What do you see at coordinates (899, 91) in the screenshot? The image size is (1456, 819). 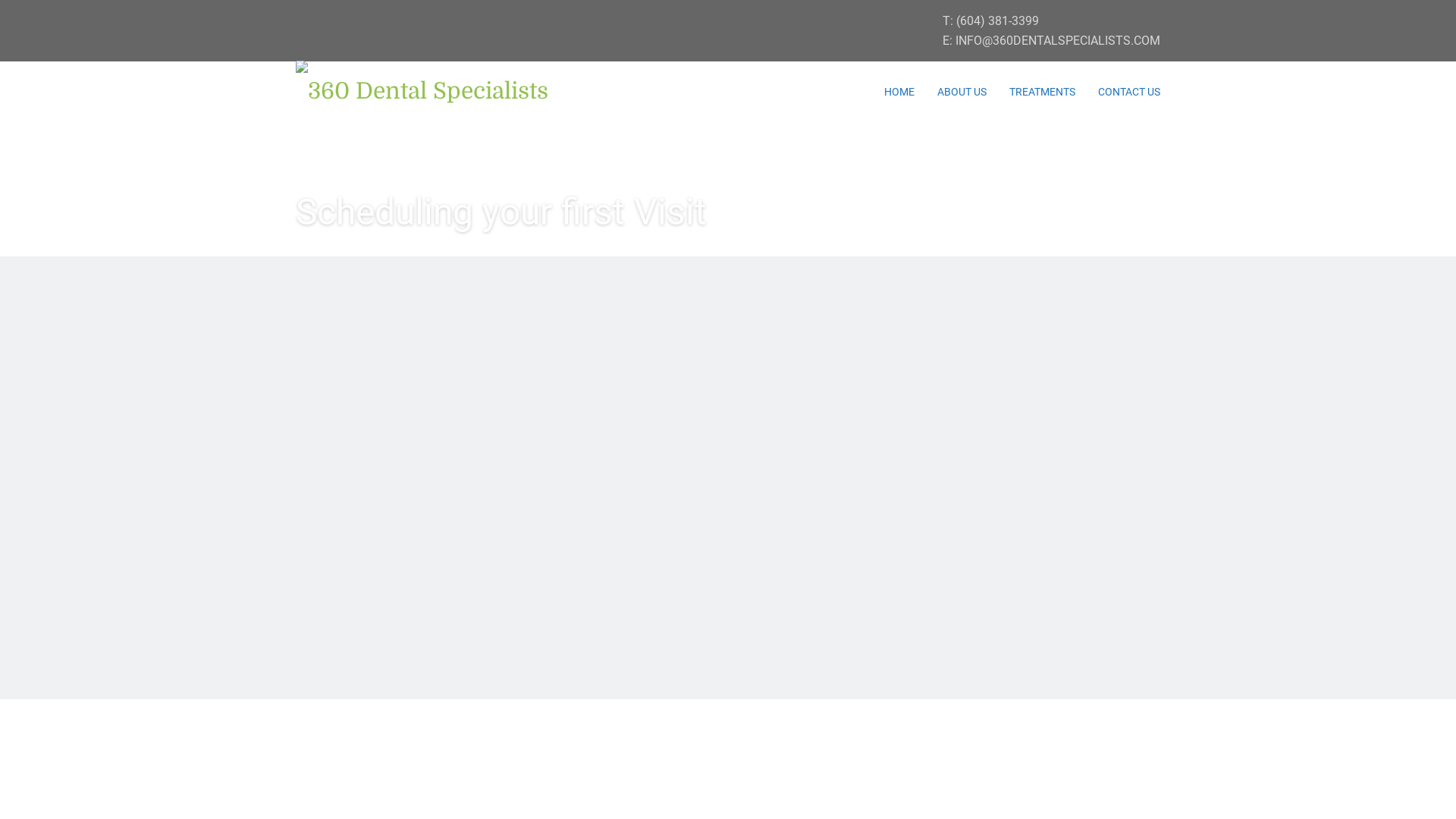 I see `'HOME'` at bounding box center [899, 91].